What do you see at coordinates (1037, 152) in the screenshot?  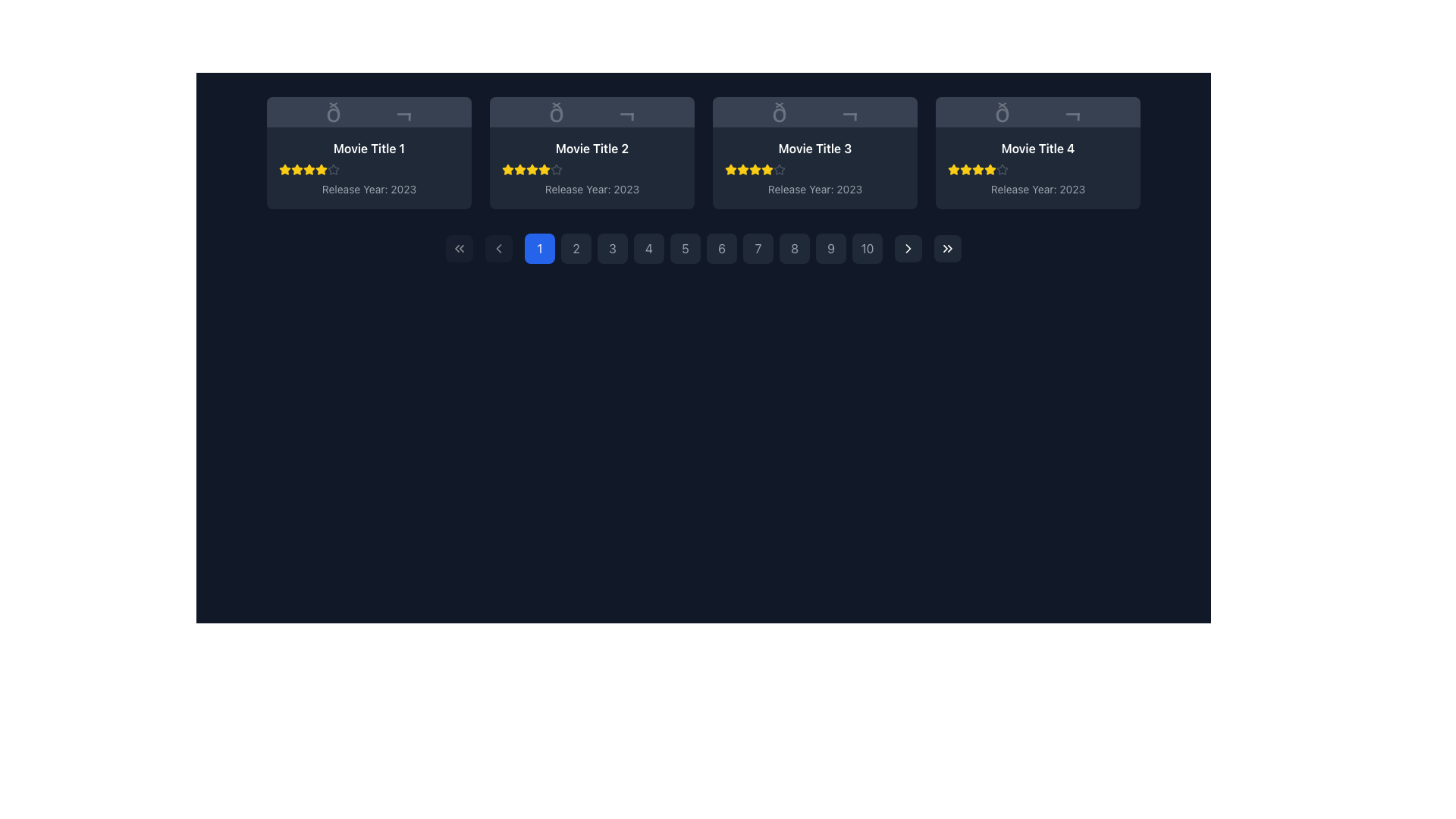 I see `the movie information card for 'Movie Title 4', which is located in the fourth column of the grid layout, immediately to the right of 'Movie Title 3'` at bounding box center [1037, 152].